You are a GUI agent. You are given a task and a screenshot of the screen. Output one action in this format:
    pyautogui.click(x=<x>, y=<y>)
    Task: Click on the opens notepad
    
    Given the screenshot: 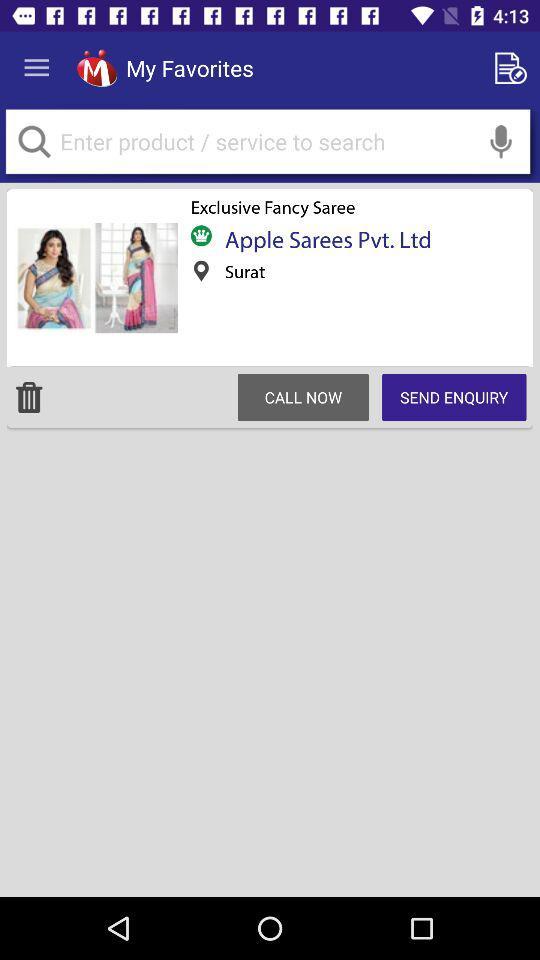 What is the action you would take?
    pyautogui.click(x=514, y=68)
    